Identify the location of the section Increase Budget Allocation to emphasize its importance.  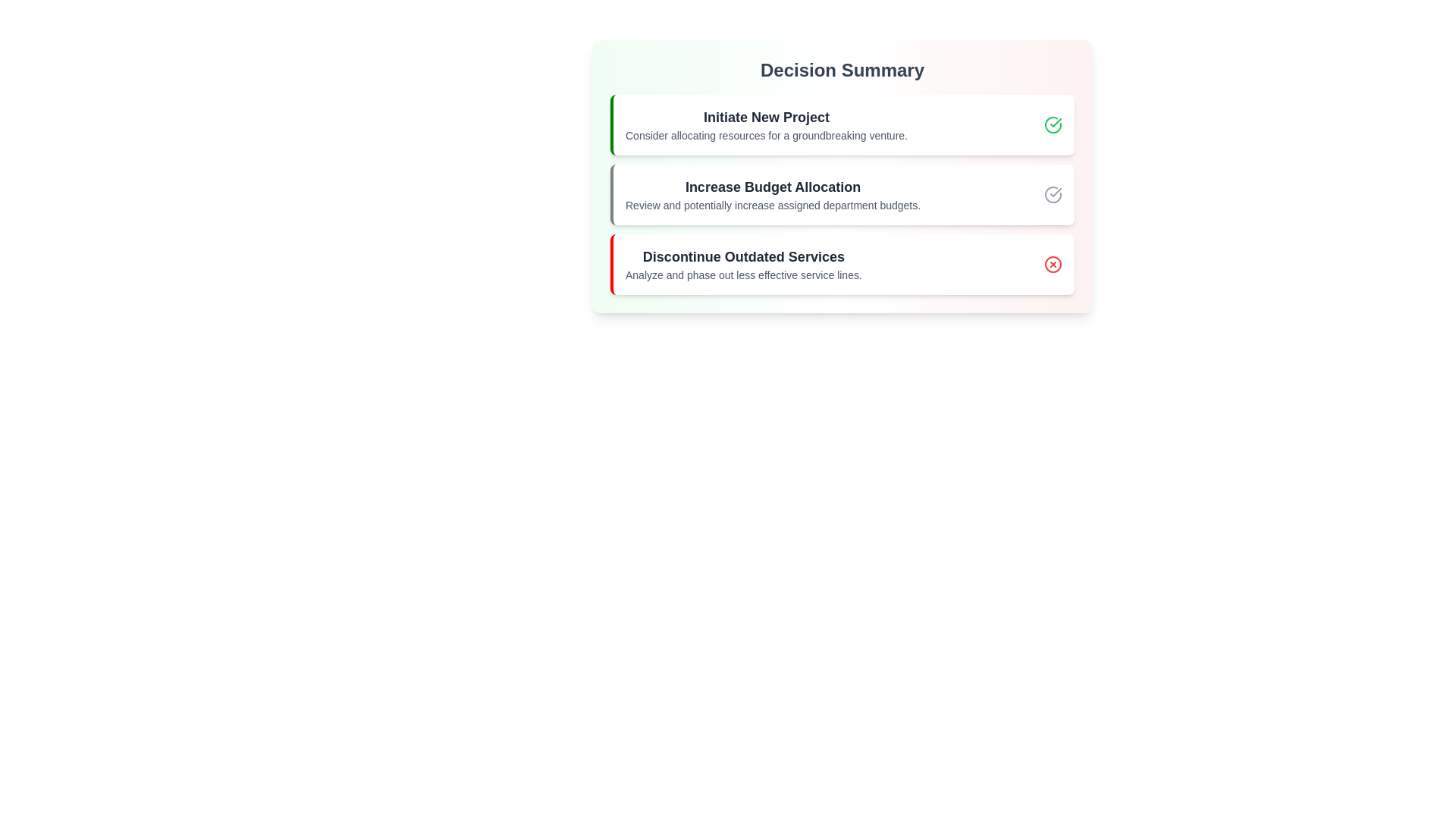
(841, 194).